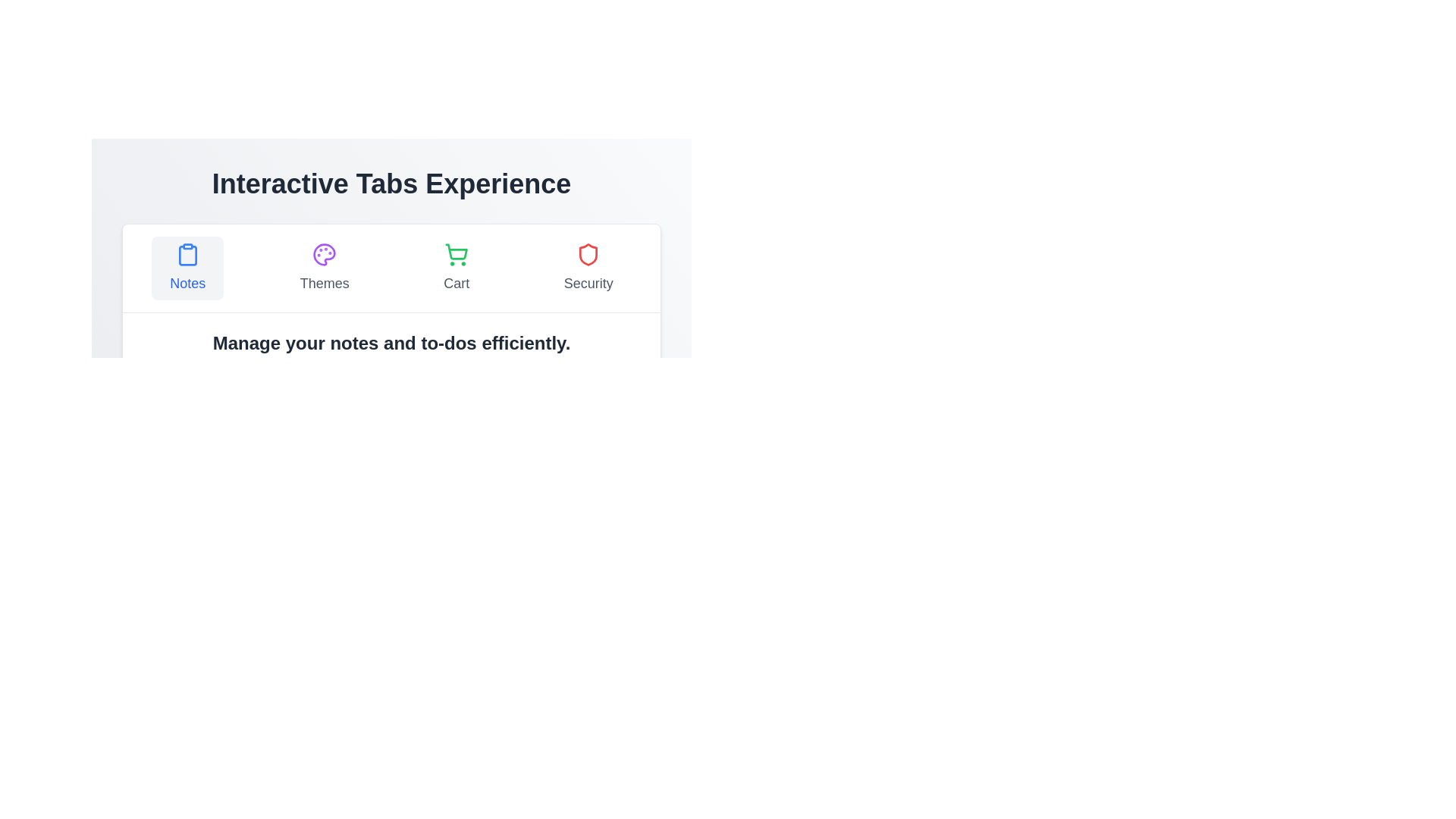  I want to click on the tab labeled Security to switch views, so click(588, 268).